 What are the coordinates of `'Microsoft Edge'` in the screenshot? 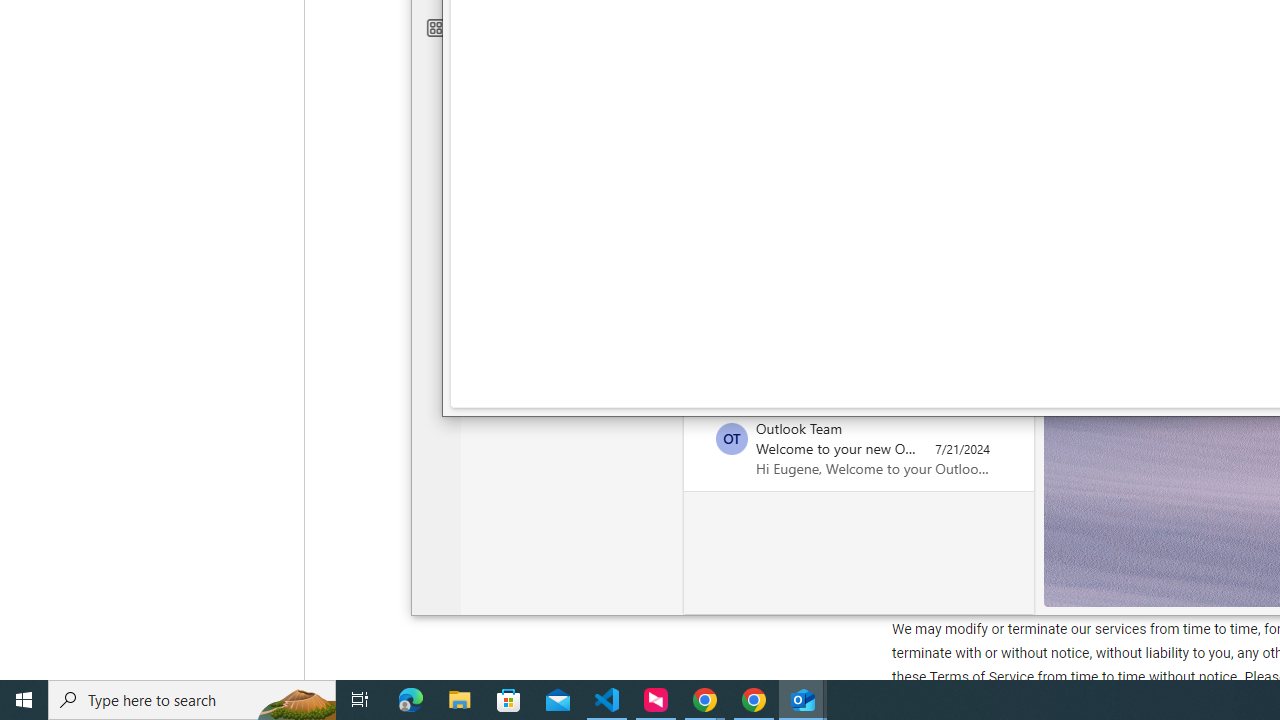 It's located at (410, 698).